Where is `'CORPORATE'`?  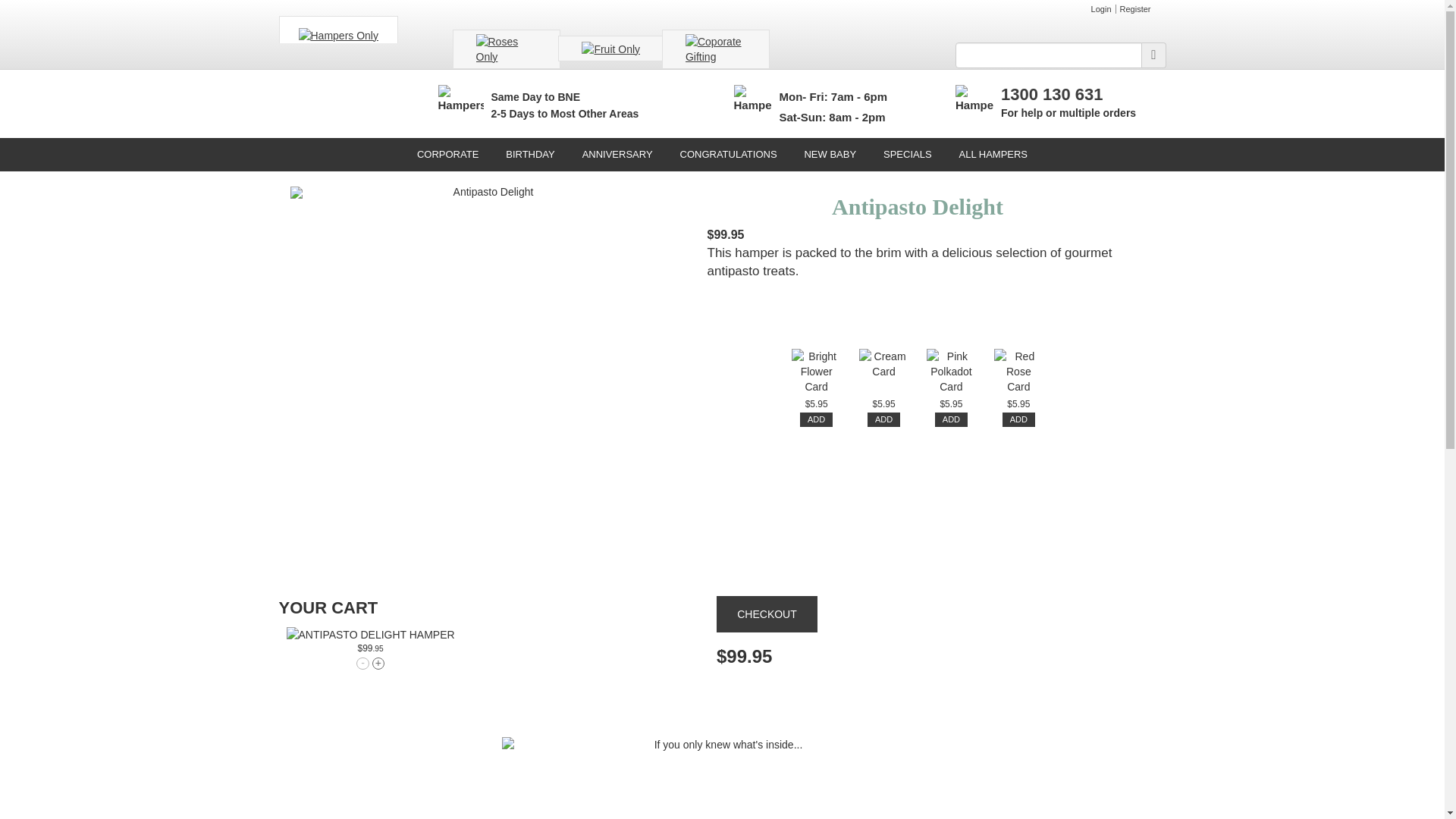
'CORPORATE' is located at coordinates (447, 155).